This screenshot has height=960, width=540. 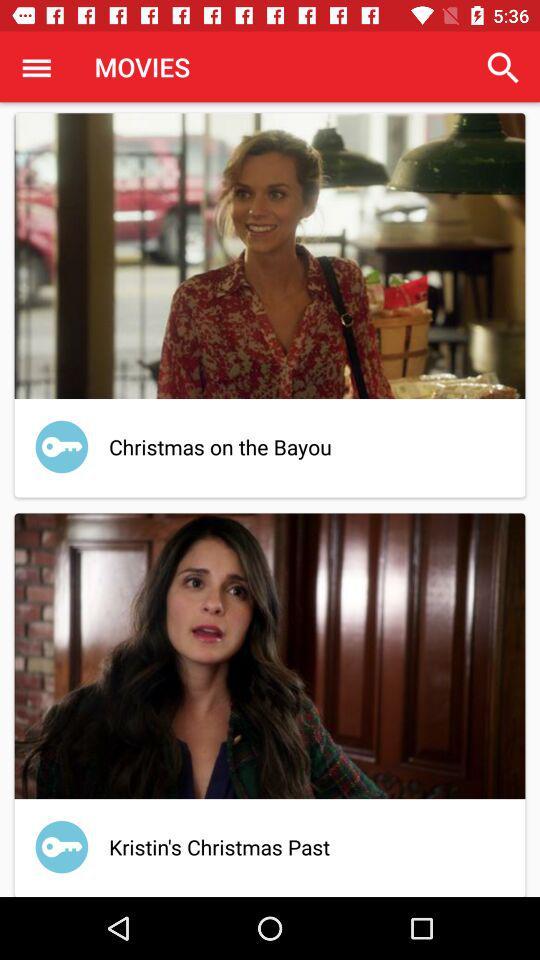 I want to click on item to the right of movies item, so click(x=502, y=67).